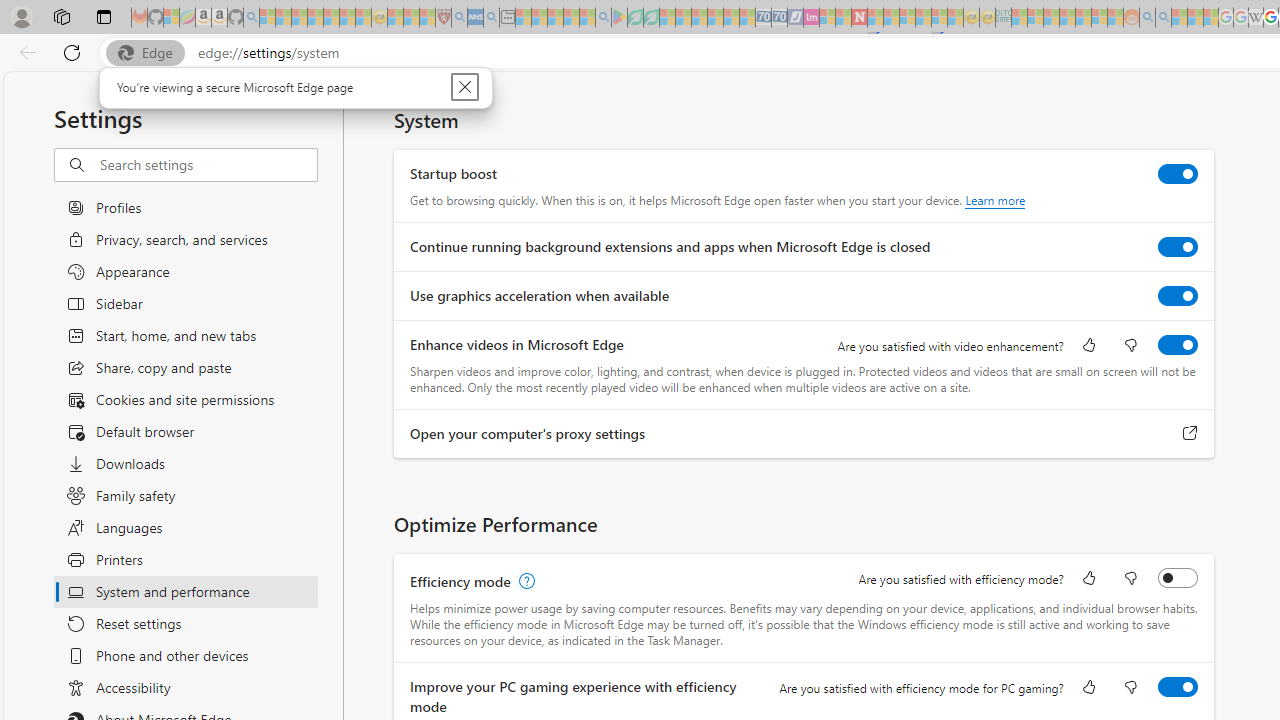  Describe the element at coordinates (602, 17) in the screenshot. I see `'google - Search - Sleeping'` at that location.